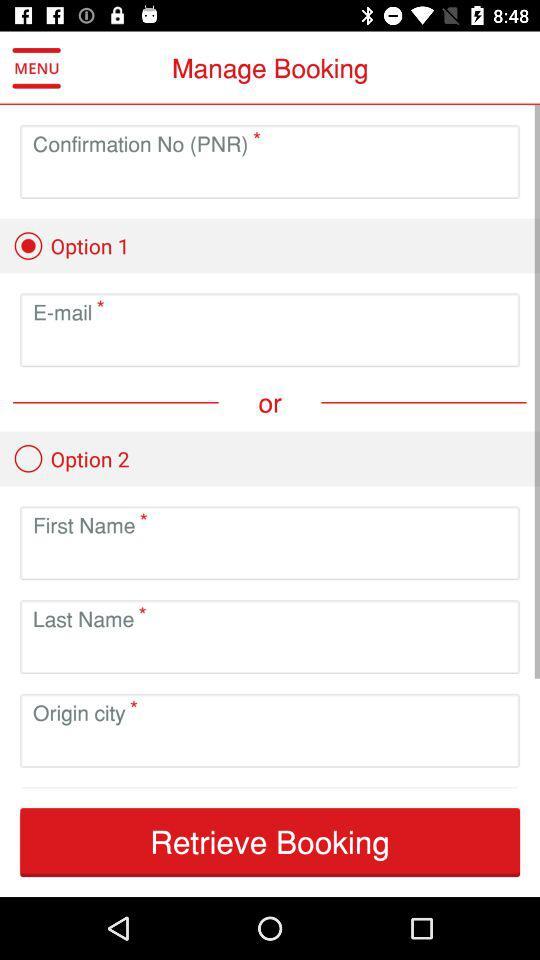 The width and height of the screenshot is (540, 960). I want to click on the confirmation number, so click(270, 176).